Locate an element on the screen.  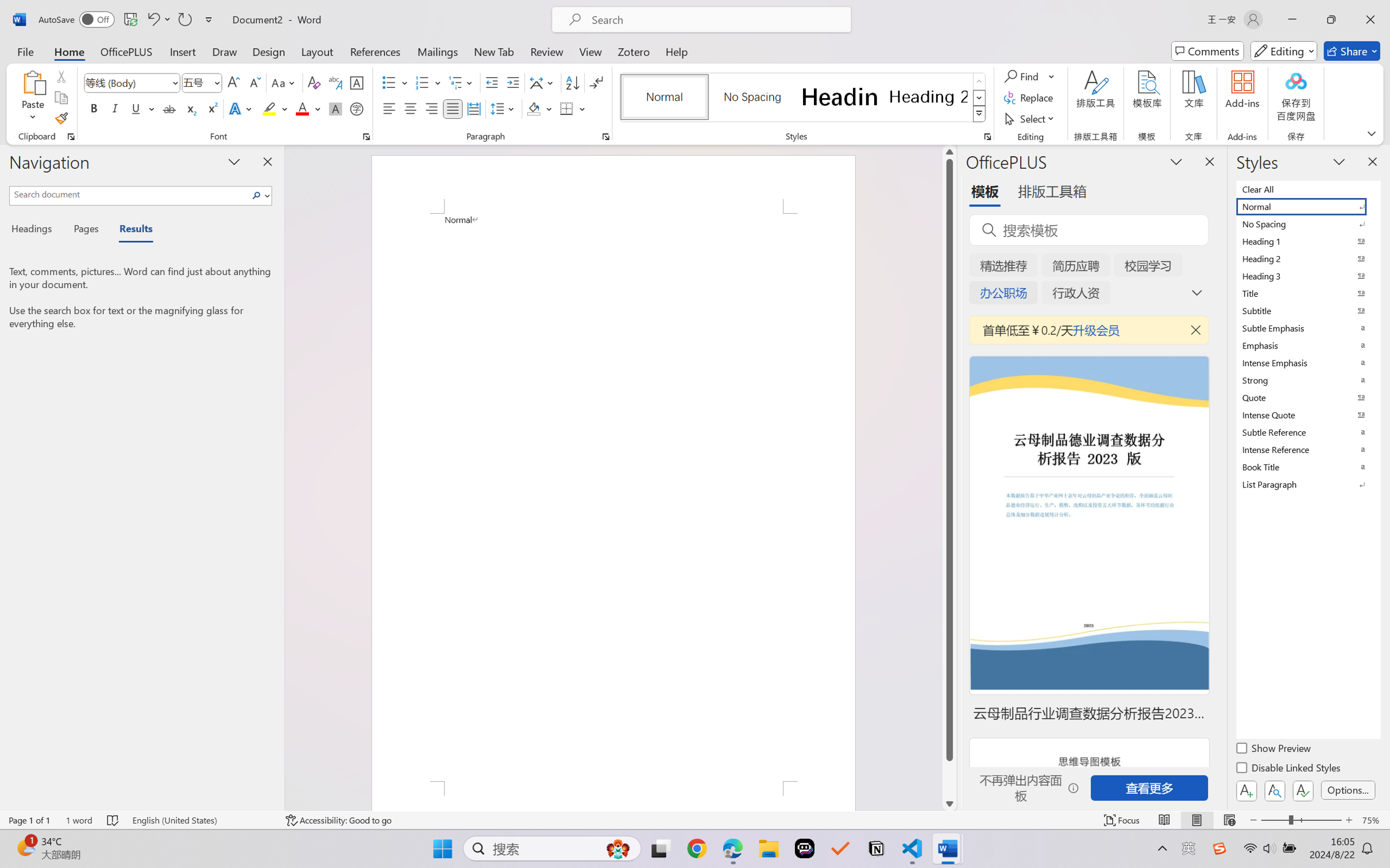
'Format Painter' is located at coordinates (60, 119).